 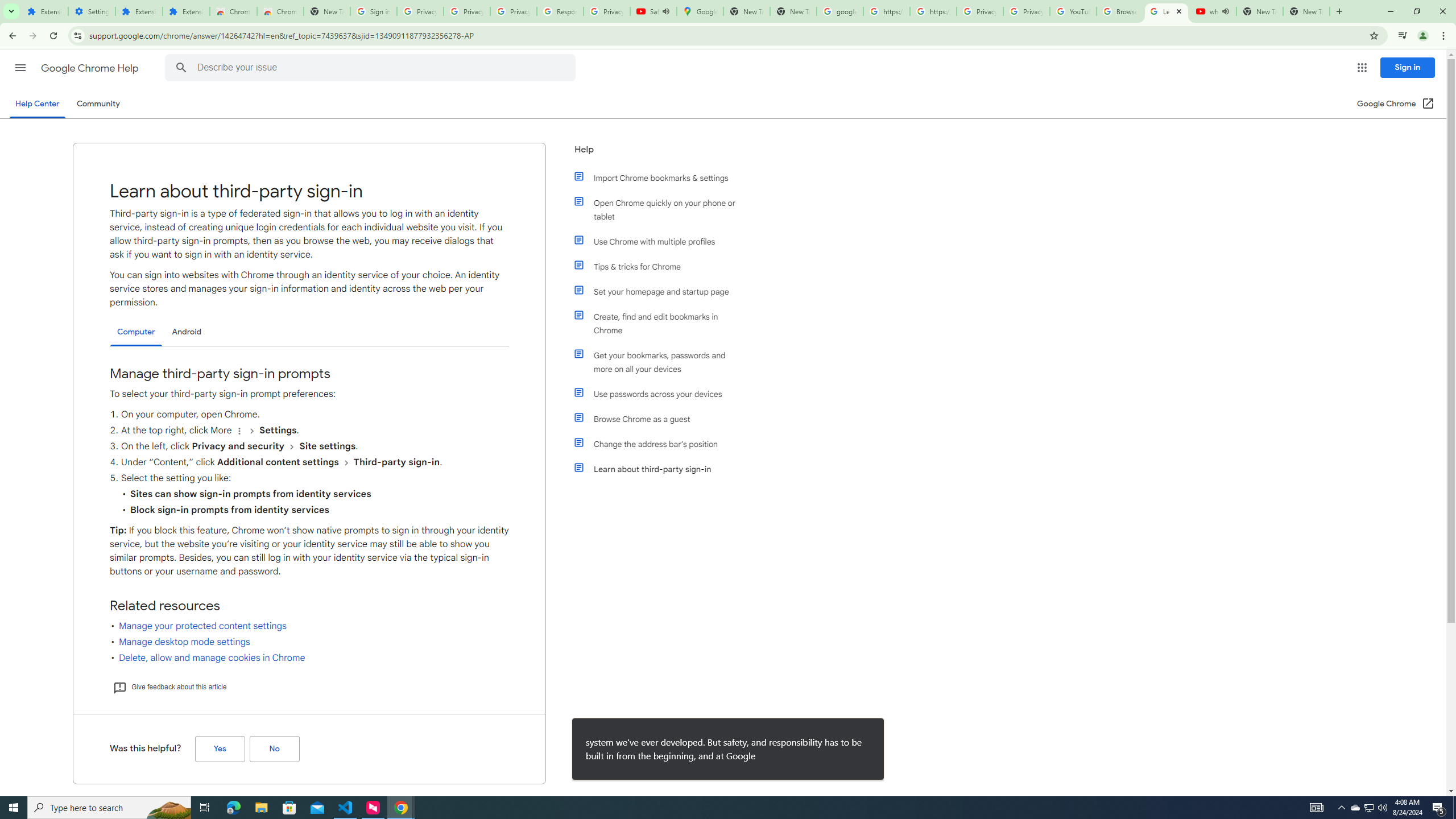 I want to click on 'Manage desktop mode settings', so click(x=185, y=641).